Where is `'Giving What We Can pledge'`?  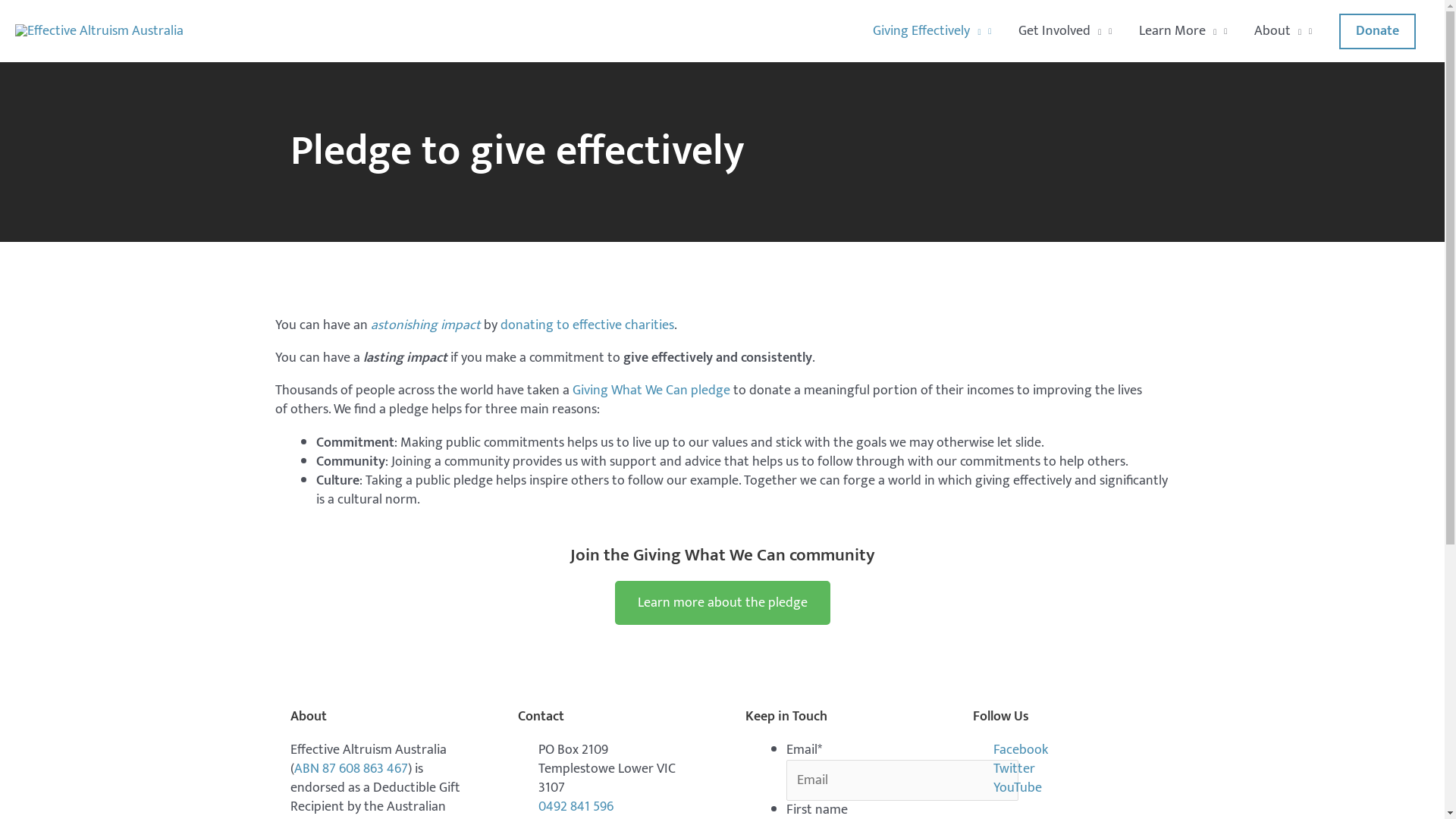
'Giving What We Can pledge' is located at coordinates (651, 390).